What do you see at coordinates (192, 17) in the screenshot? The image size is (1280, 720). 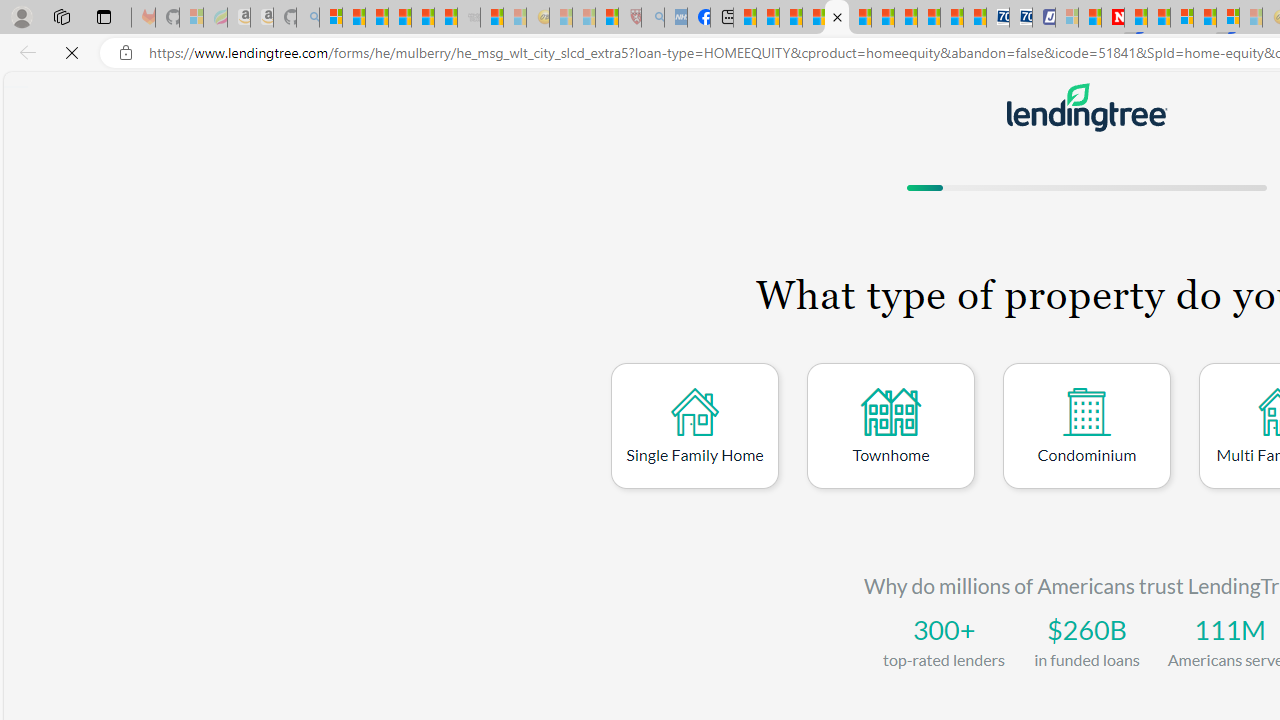 I see `'Microsoft-Report a Concern to Bing - Sleeping'` at bounding box center [192, 17].